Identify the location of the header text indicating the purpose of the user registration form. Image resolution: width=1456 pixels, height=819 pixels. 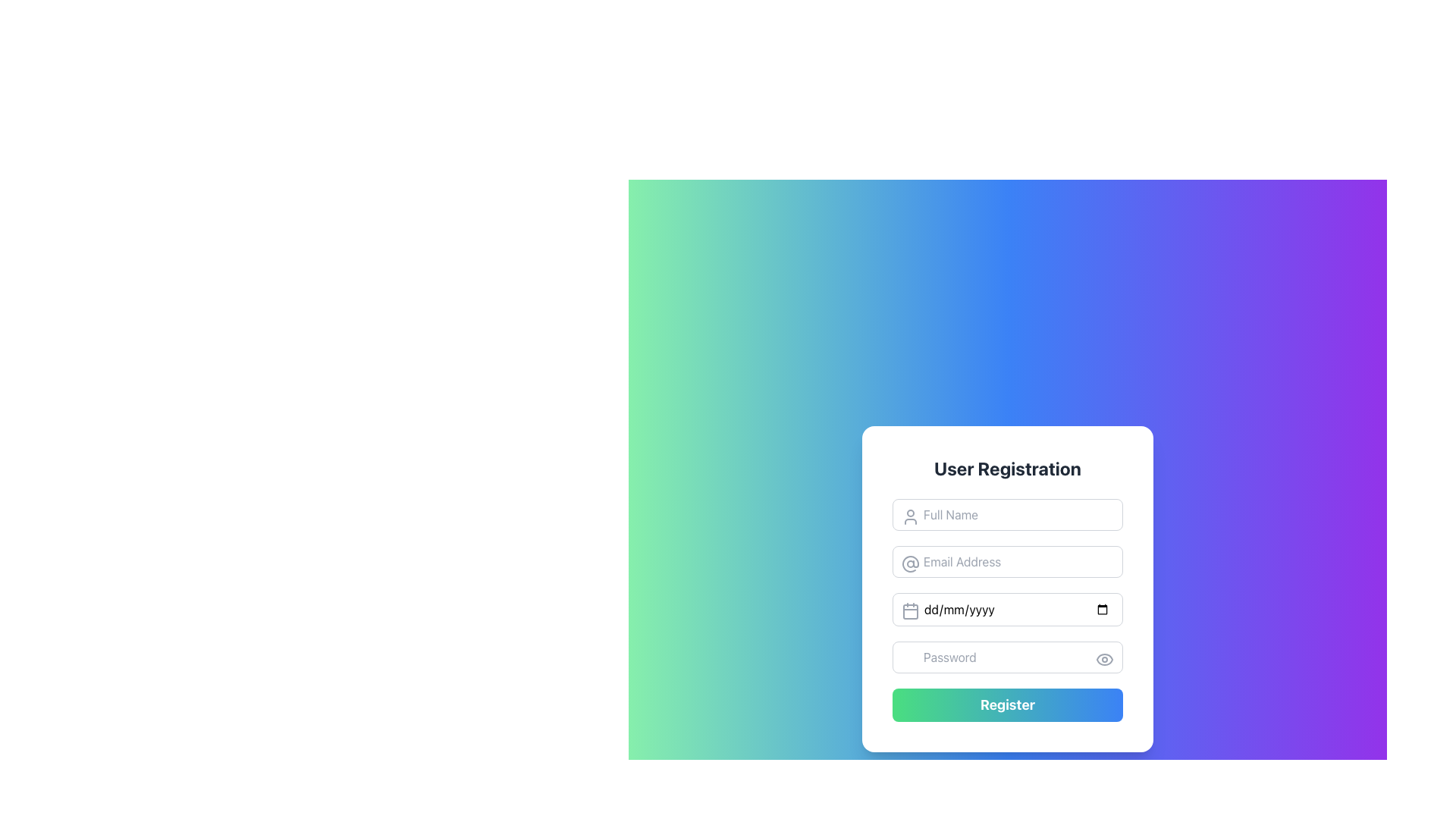
(1008, 467).